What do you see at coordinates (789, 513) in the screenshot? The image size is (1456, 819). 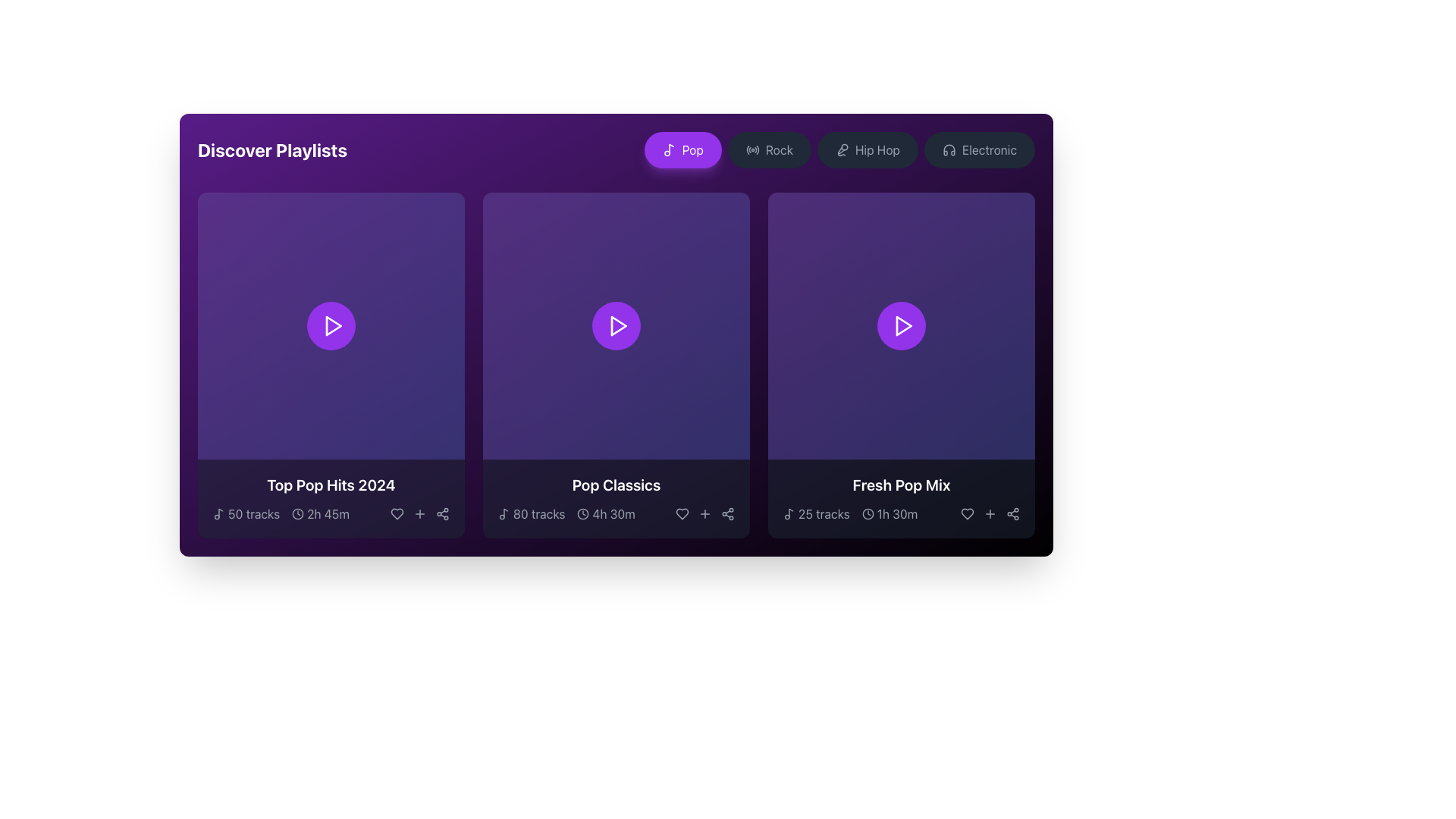 I see `musical note icon located within the 'Fresh Pop Mix' playlist card, positioned next to the '25 tracks' text` at bounding box center [789, 513].